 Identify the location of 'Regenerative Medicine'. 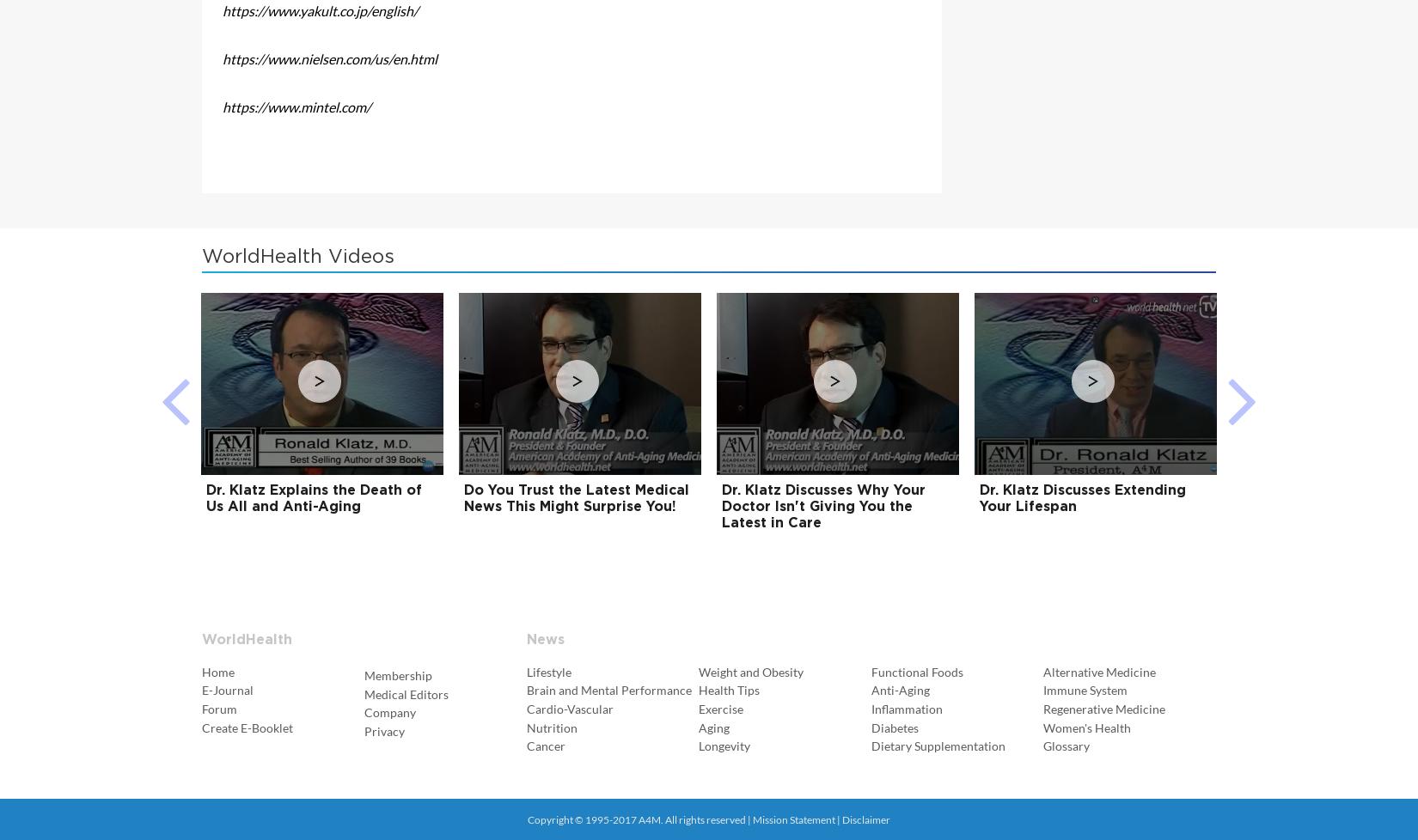
(1103, 707).